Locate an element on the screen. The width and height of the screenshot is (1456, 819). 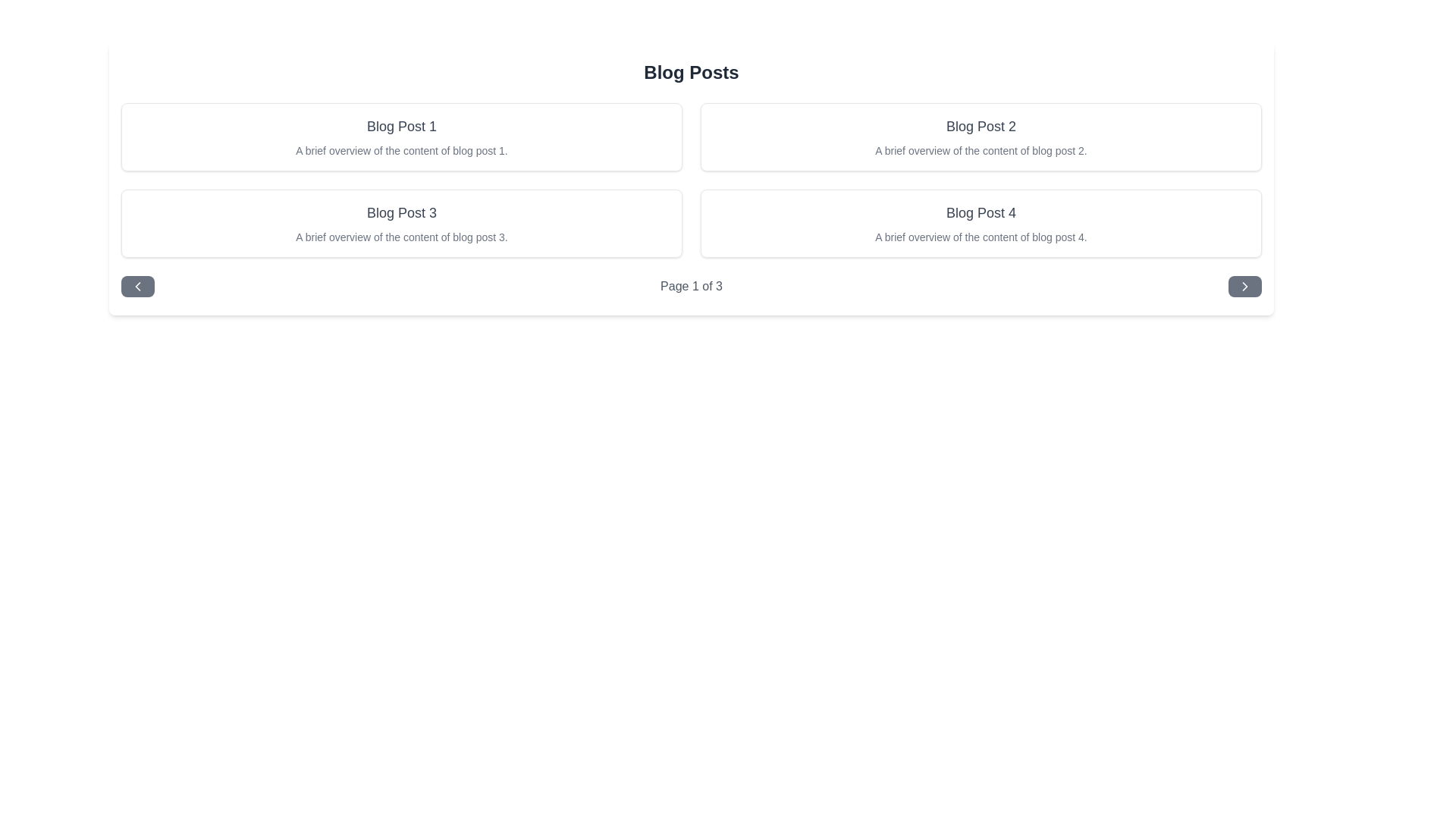
the Card Component in the lower-right corner of the grid is located at coordinates (981, 223).